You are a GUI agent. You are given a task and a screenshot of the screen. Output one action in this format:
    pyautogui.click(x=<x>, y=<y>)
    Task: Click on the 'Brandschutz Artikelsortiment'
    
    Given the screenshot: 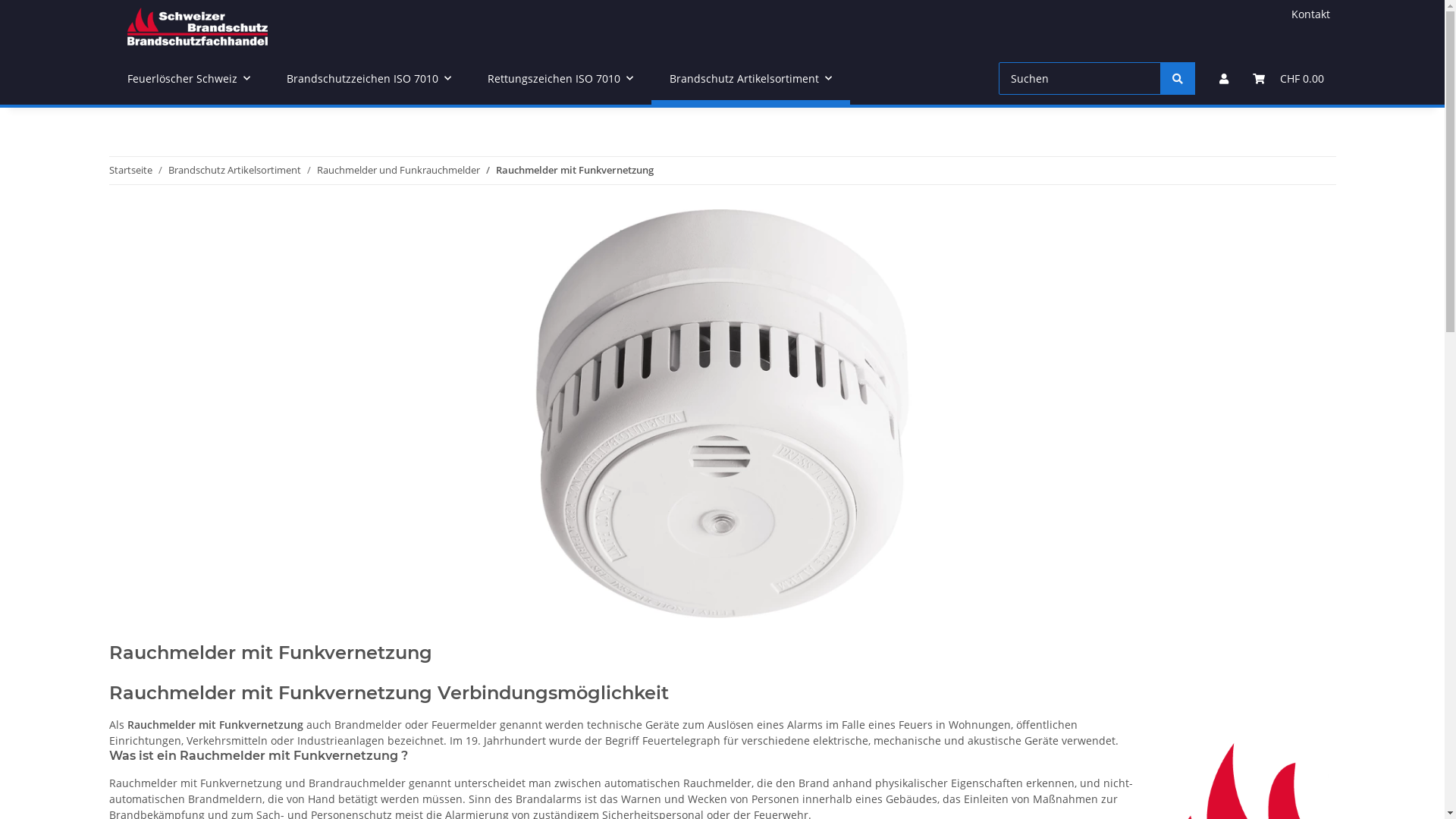 What is the action you would take?
    pyautogui.click(x=168, y=170)
    